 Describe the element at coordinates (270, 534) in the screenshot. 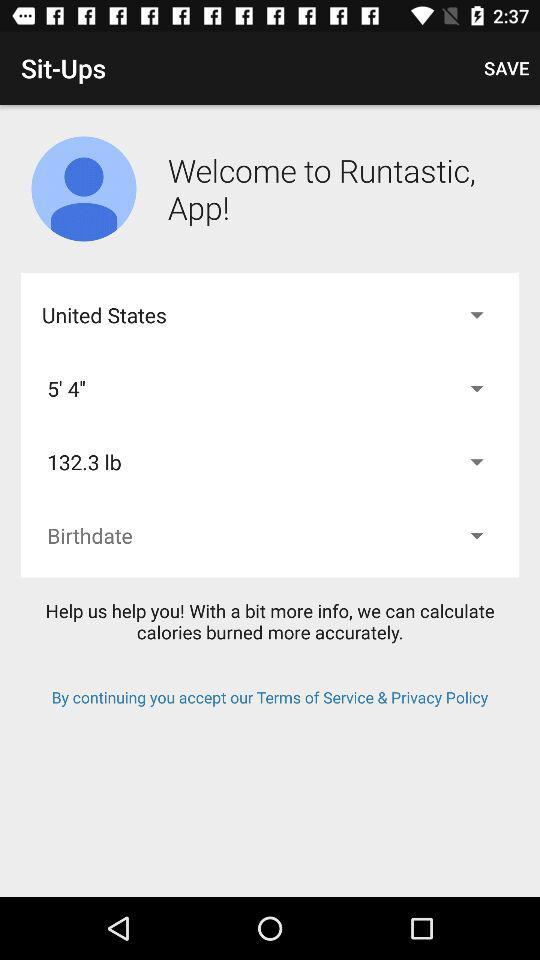

I see `your birthdate` at that location.